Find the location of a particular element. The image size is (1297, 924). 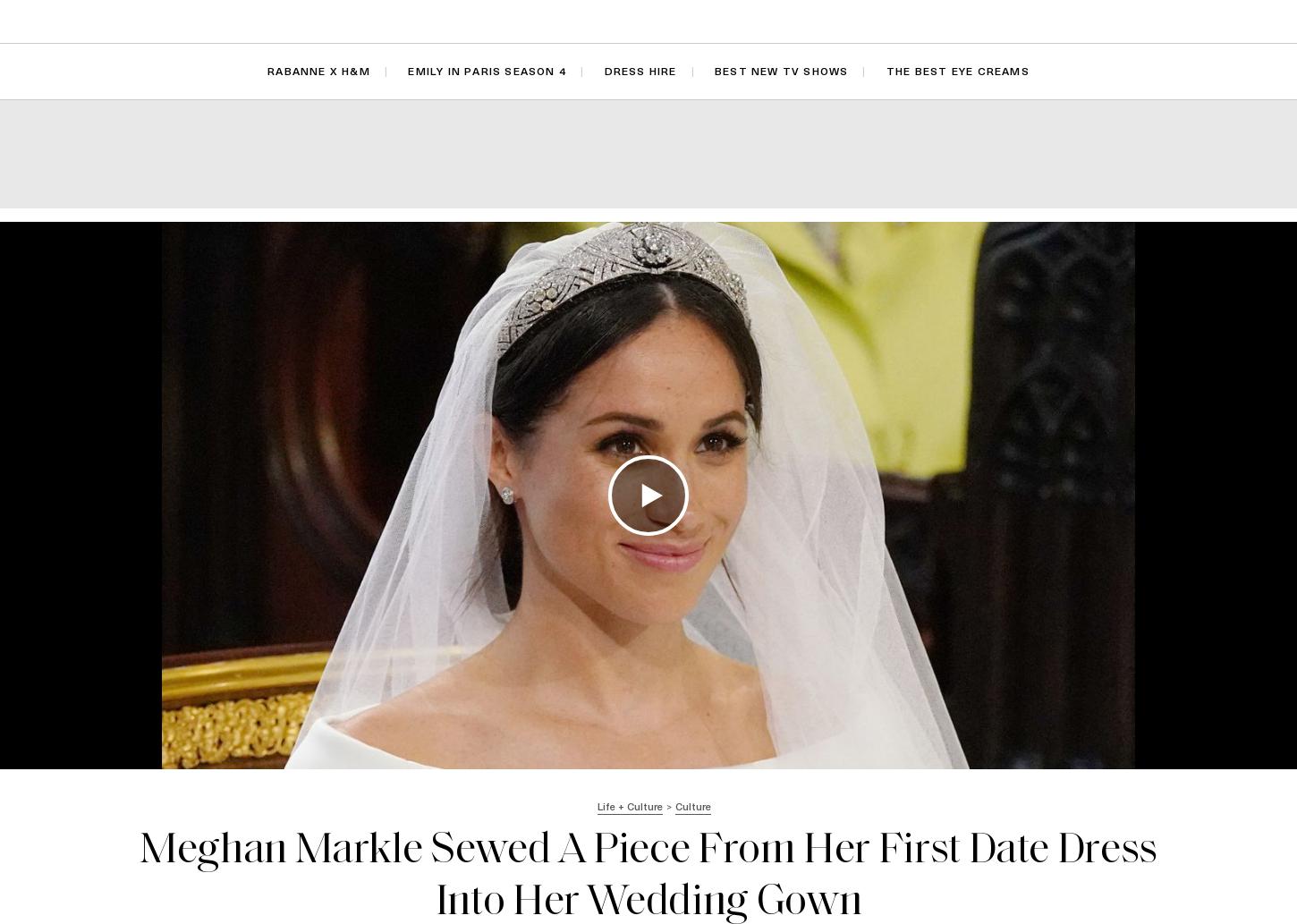

'Fashion' is located at coordinates (345, 21).